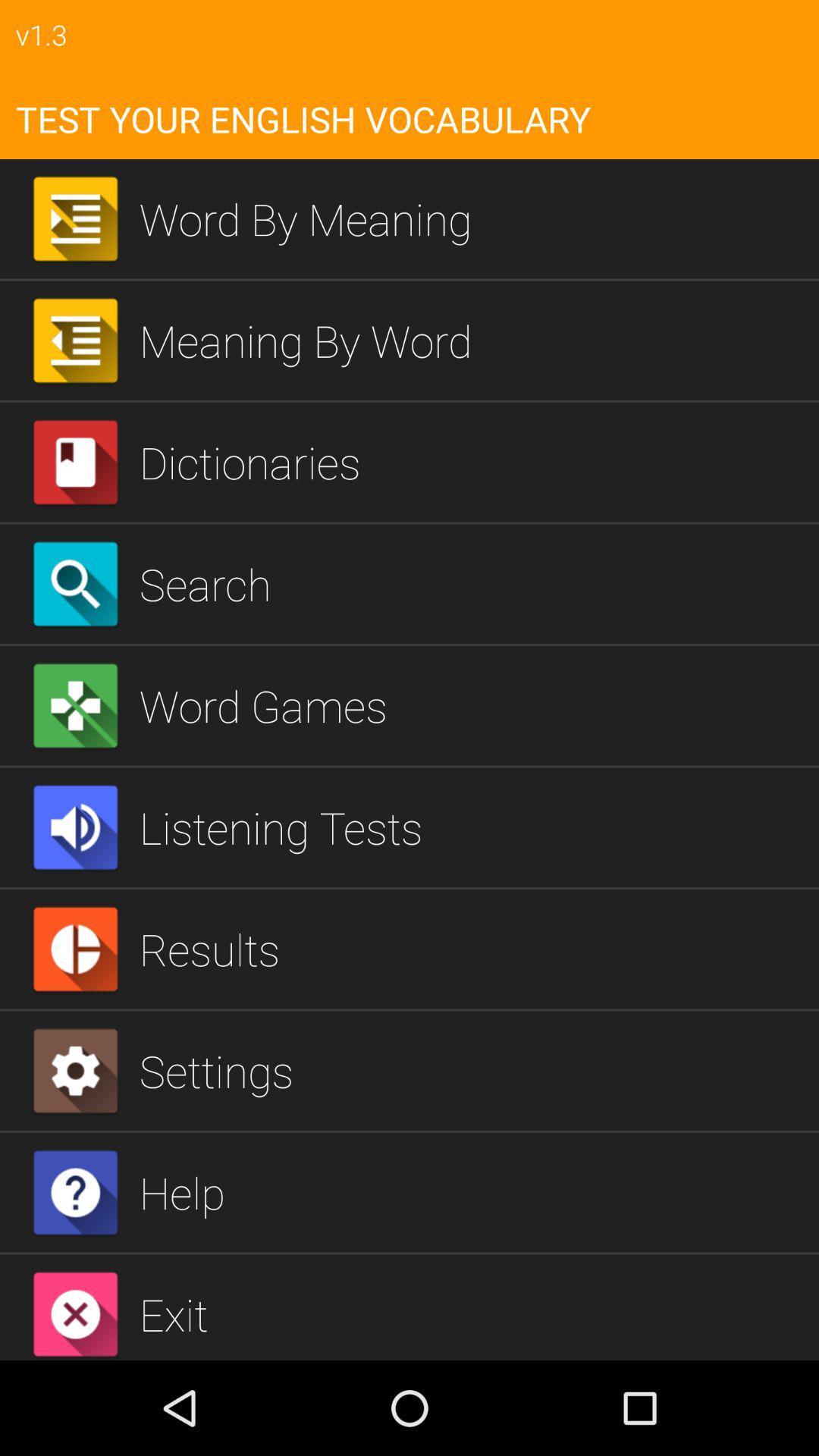 The image size is (819, 1456). Describe the element at coordinates (472, 827) in the screenshot. I see `listening tests icon` at that location.